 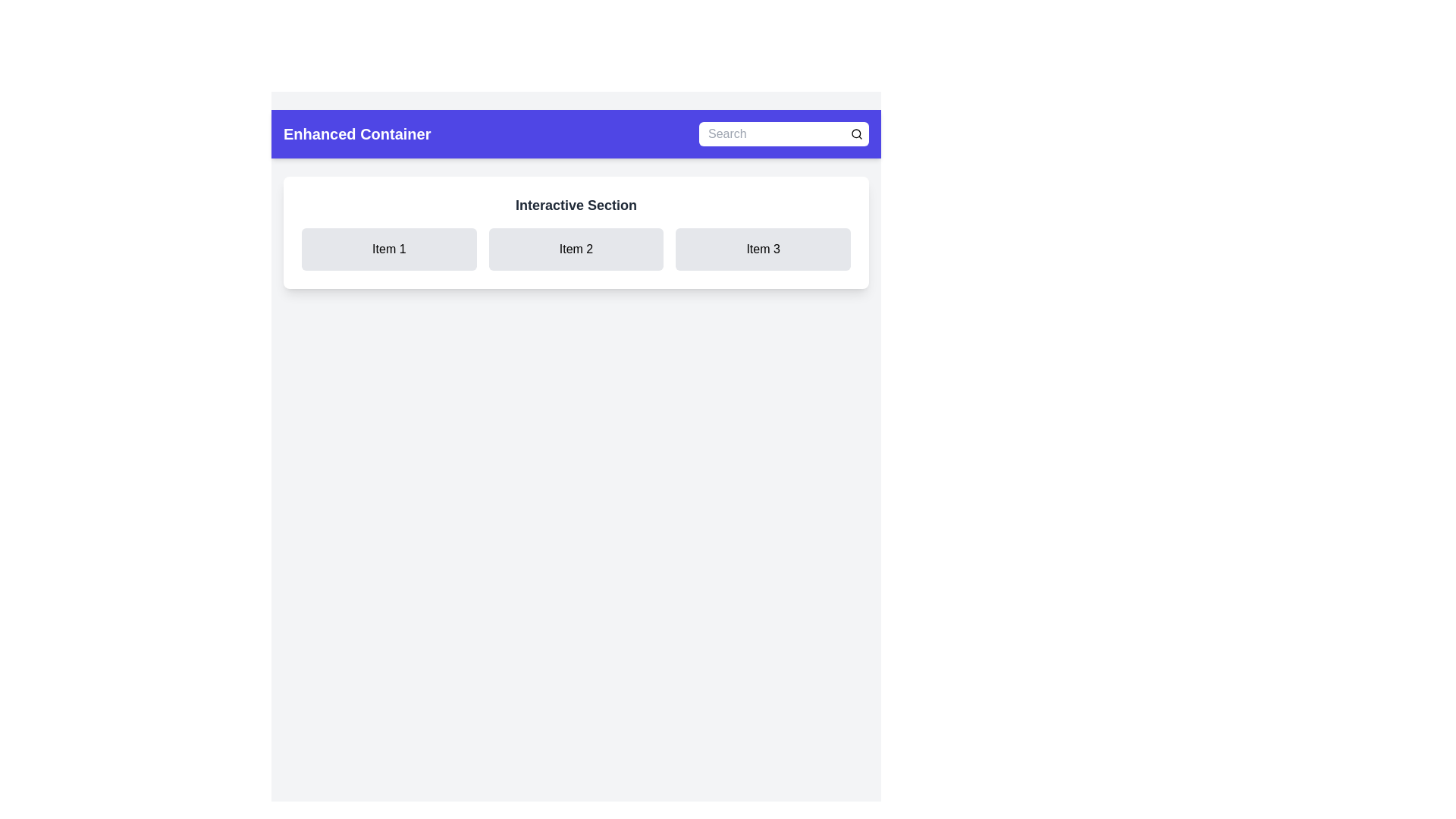 What do you see at coordinates (389, 248) in the screenshot?
I see `the selectable item labeled 'Item 1', which is the first box in a row of three similar elements located at the top left of the 'Interactive Section'` at bounding box center [389, 248].